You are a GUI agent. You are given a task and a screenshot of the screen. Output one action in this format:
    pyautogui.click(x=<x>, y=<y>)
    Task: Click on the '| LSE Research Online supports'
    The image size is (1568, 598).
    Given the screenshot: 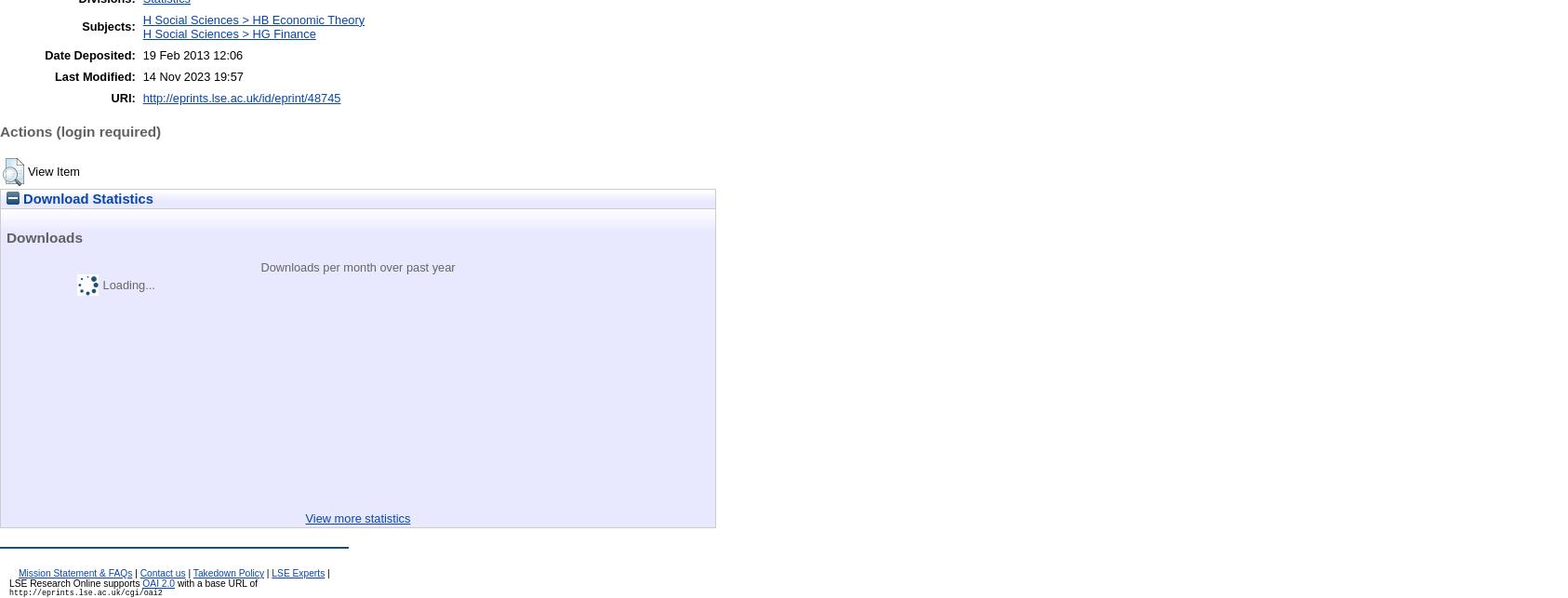 What is the action you would take?
    pyautogui.click(x=7, y=577)
    